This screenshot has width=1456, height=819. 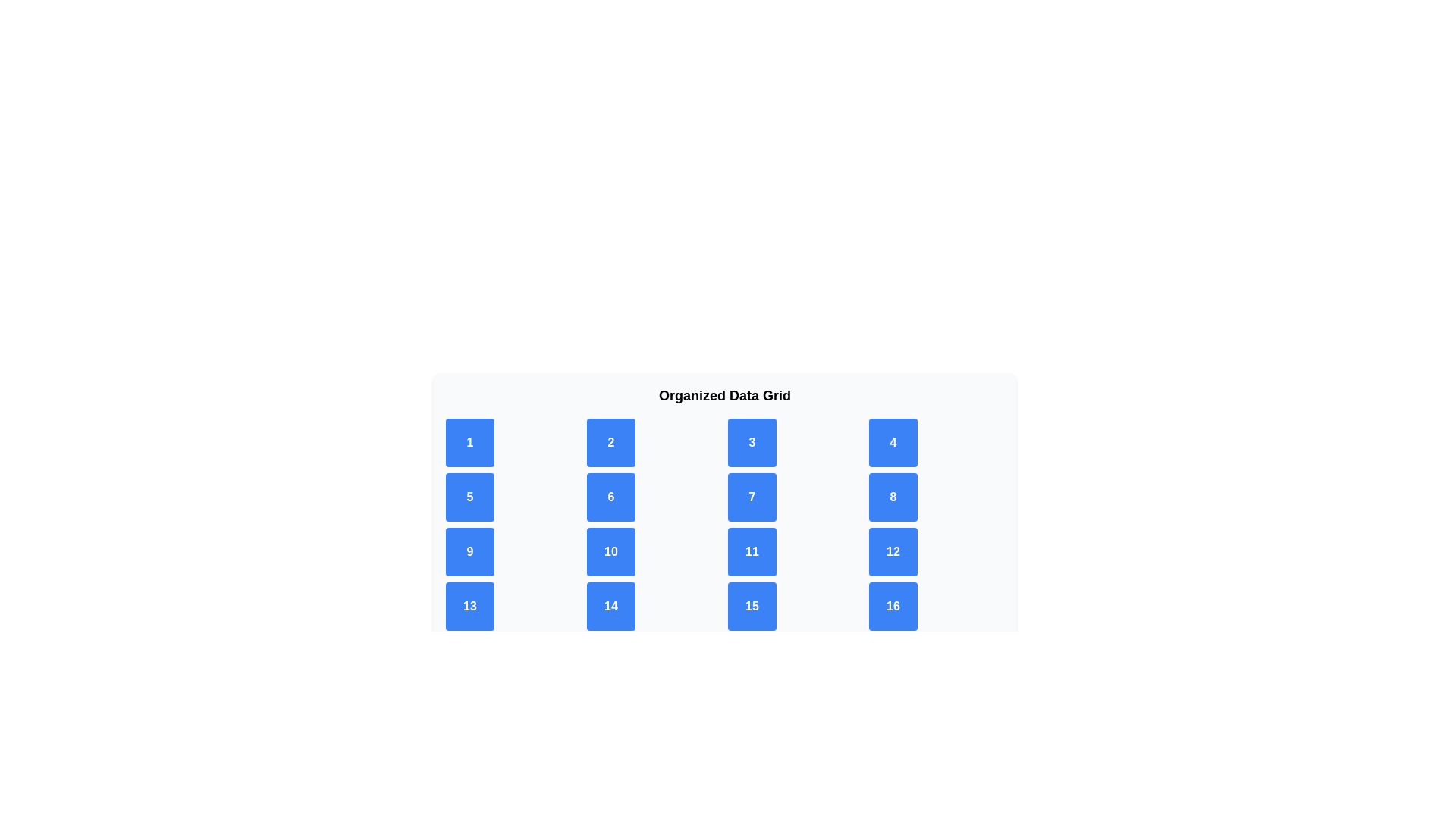 I want to click on the button located in the fourth row and first column of the 4x4 grid layout, positioned below the elements labeled '1', '5', and '9', so click(x=469, y=605).